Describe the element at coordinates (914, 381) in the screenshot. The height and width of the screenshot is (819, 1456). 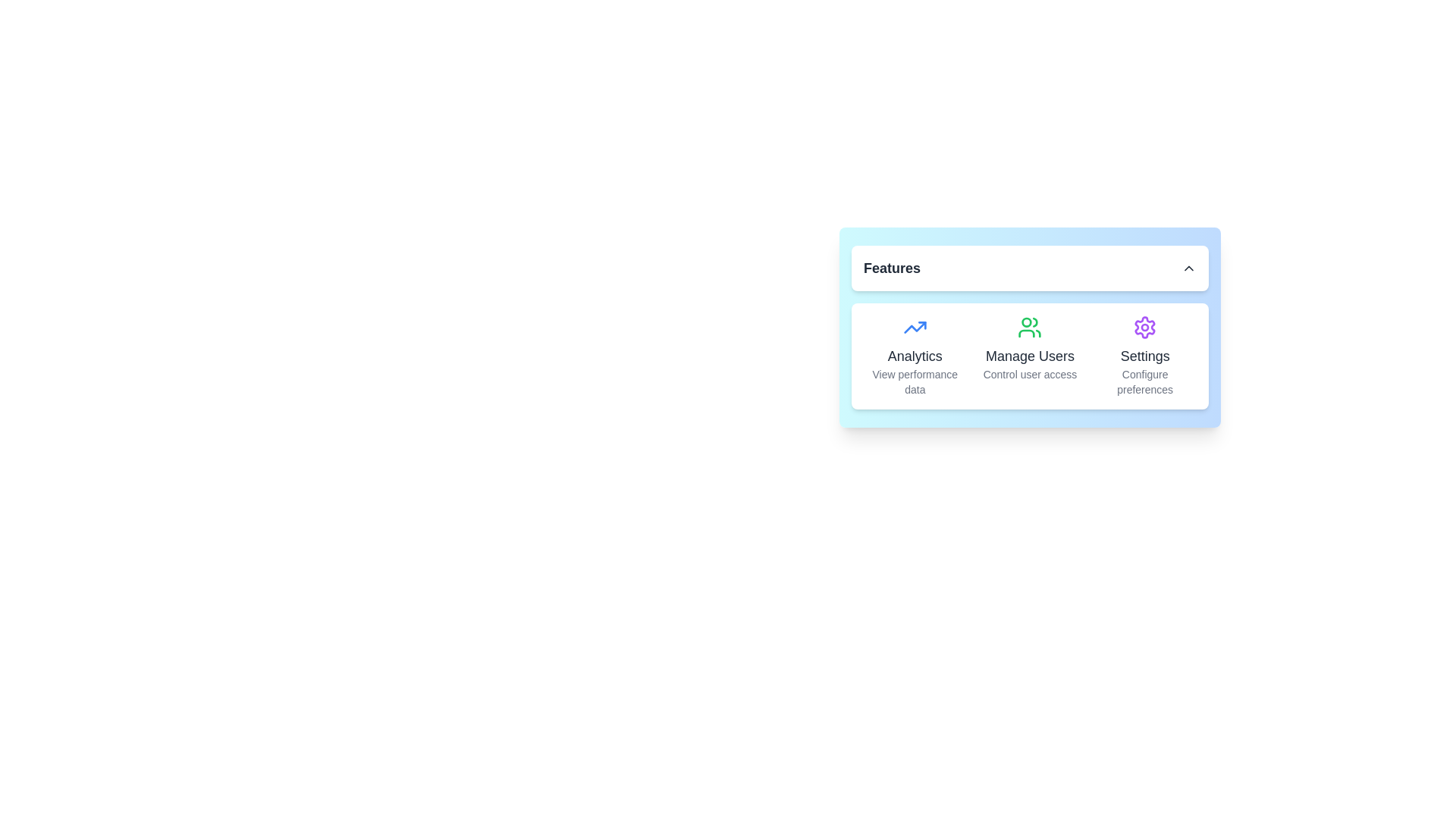
I see `the static text element that provides additional context related to the 'Analytics' card, located at the bottom section of the card and centered below the label text` at that location.